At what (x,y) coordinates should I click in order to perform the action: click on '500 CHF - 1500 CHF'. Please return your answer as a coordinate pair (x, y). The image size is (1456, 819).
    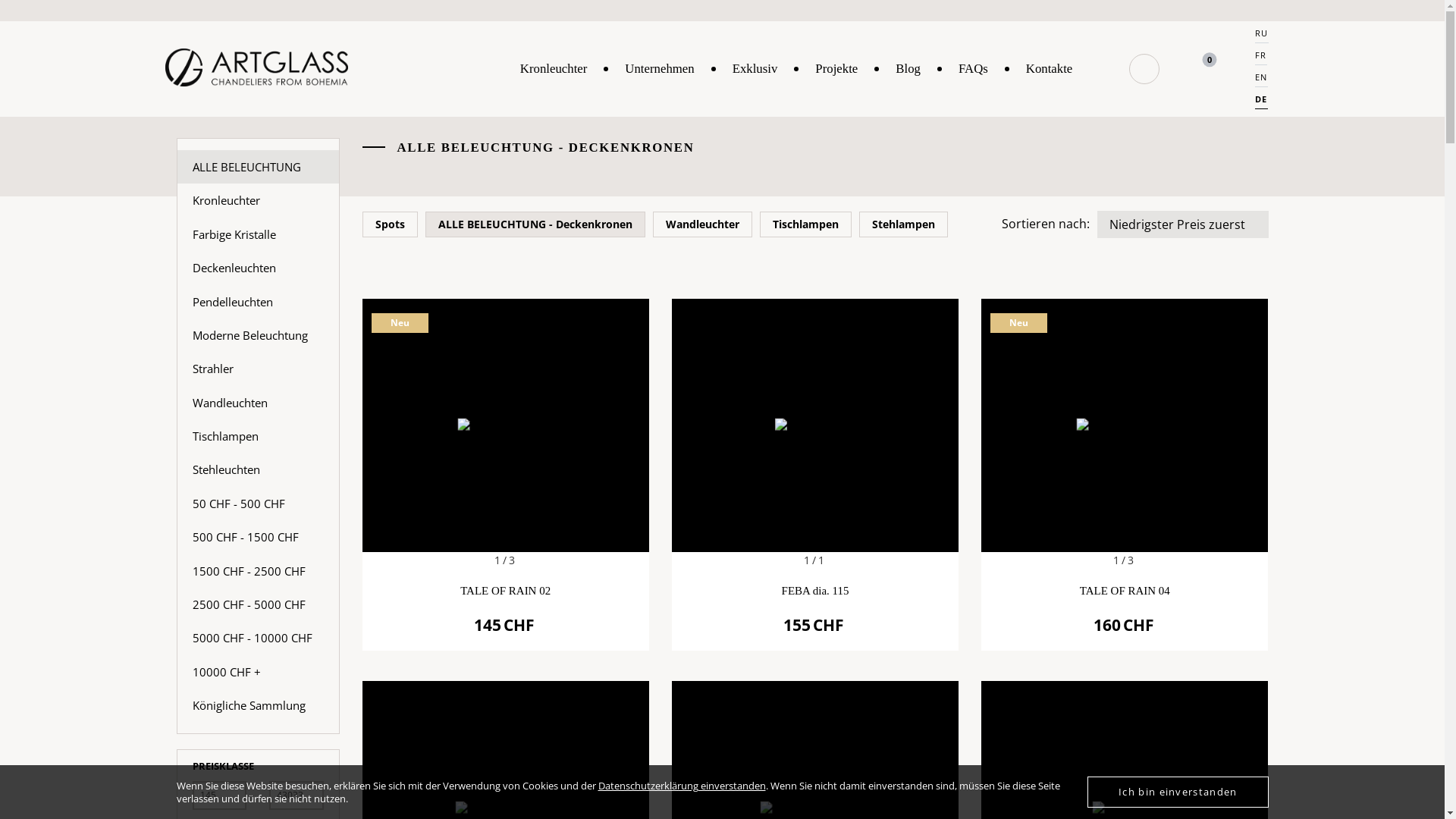
    Looking at the image, I should click on (258, 536).